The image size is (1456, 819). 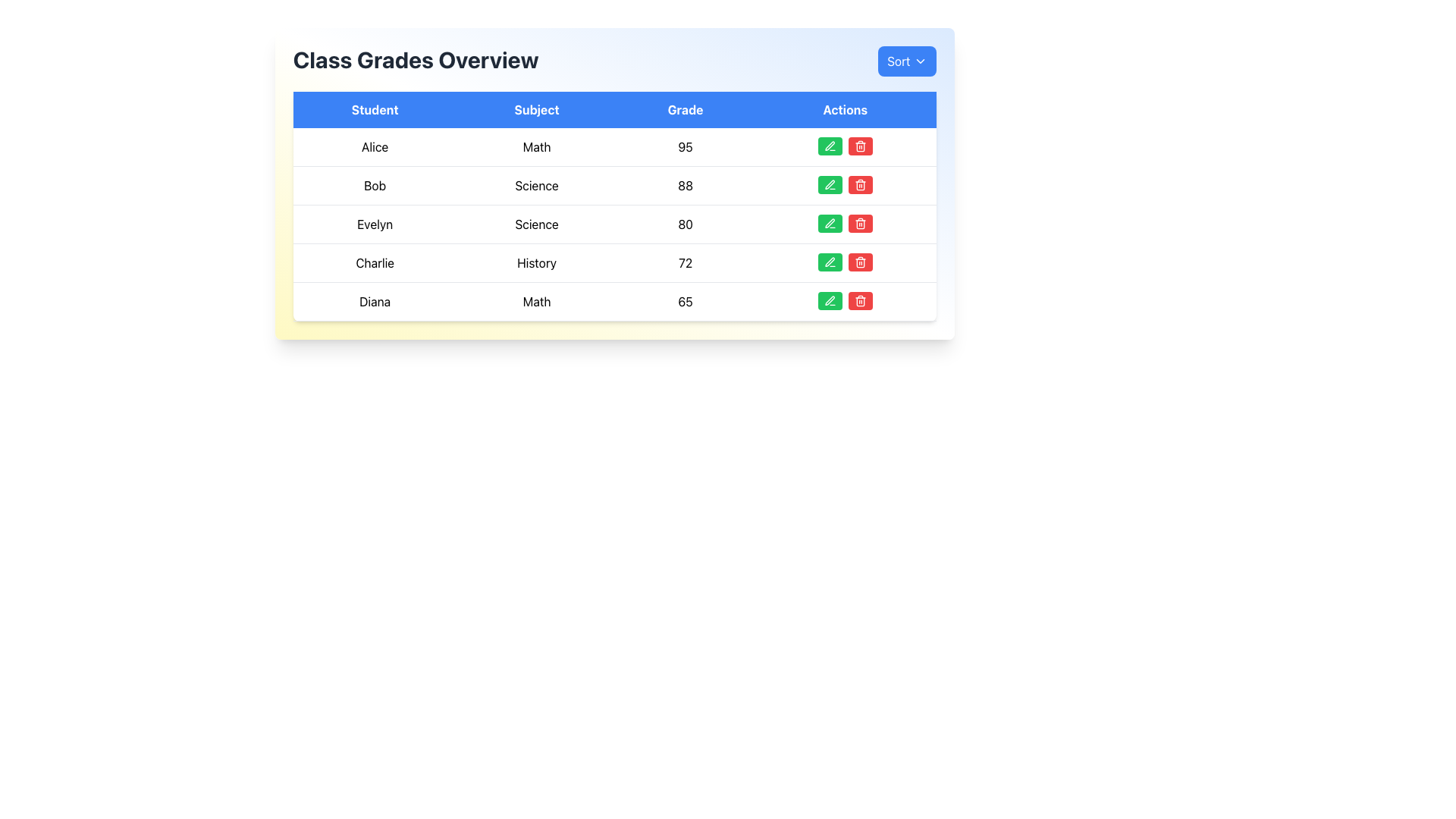 What do you see at coordinates (860, 223) in the screenshot?
I see `the delete button located in the 'Actions' column of the row corresponding to 'Evelyn'` at bounding box center [860, 223].